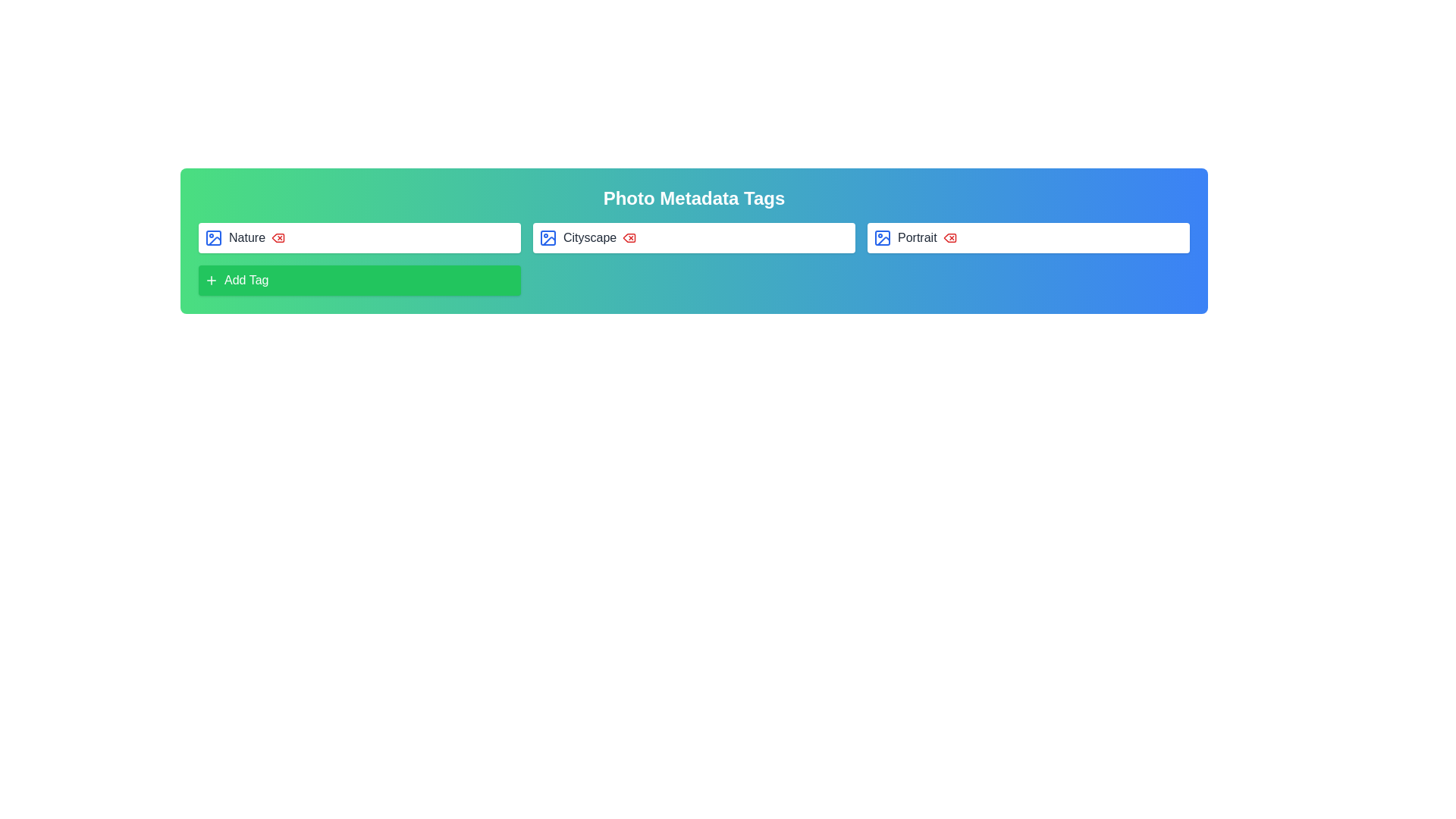 The height and width of the screenshot is (819, 1456). Describe the element at coordinates (359, 281) in the screenshot. I see `the green rectangular 'Add Tag' button with a white plus symbol` at that location.